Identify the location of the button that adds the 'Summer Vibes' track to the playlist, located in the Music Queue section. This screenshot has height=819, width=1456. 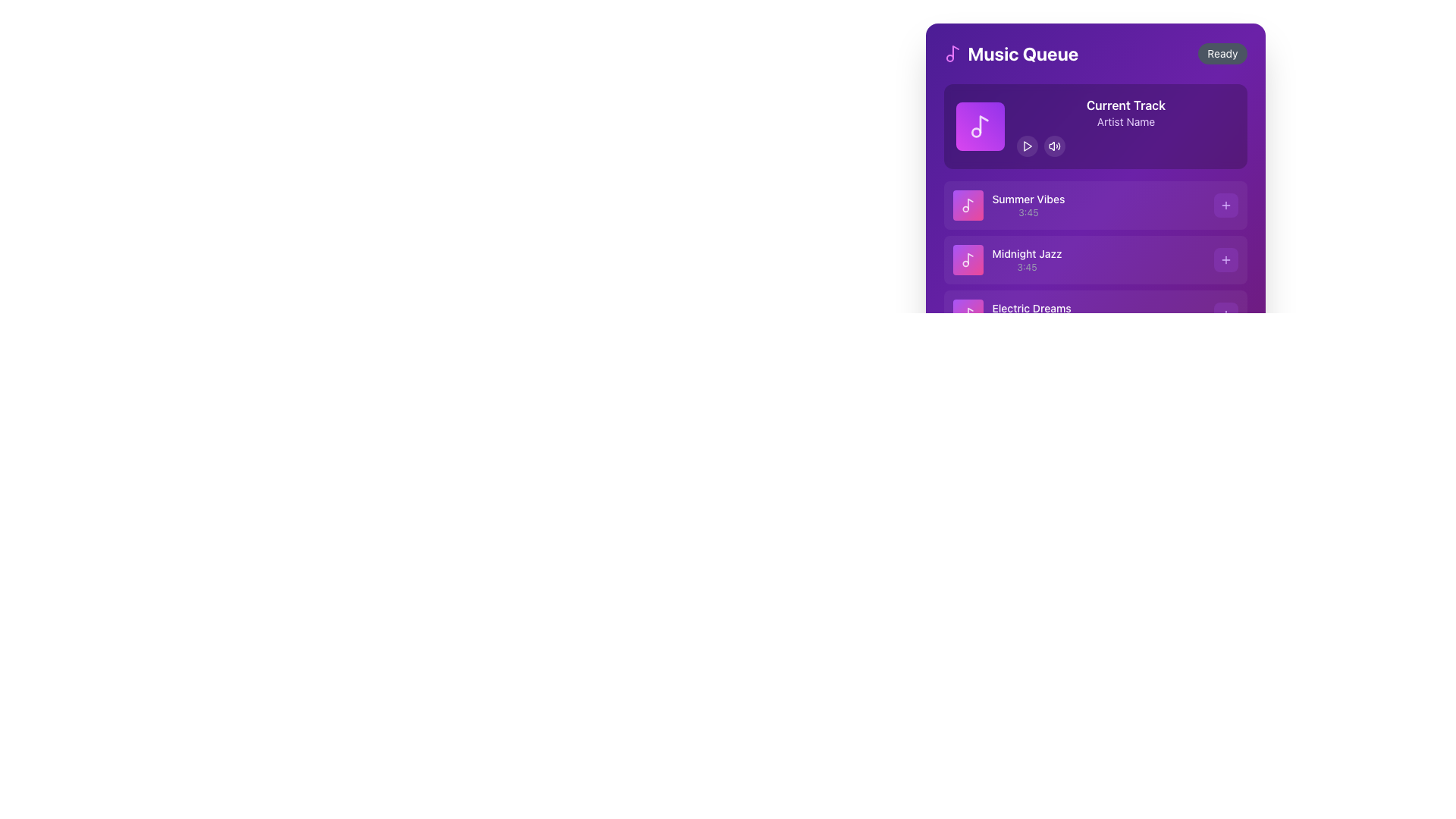
(1225, 205).